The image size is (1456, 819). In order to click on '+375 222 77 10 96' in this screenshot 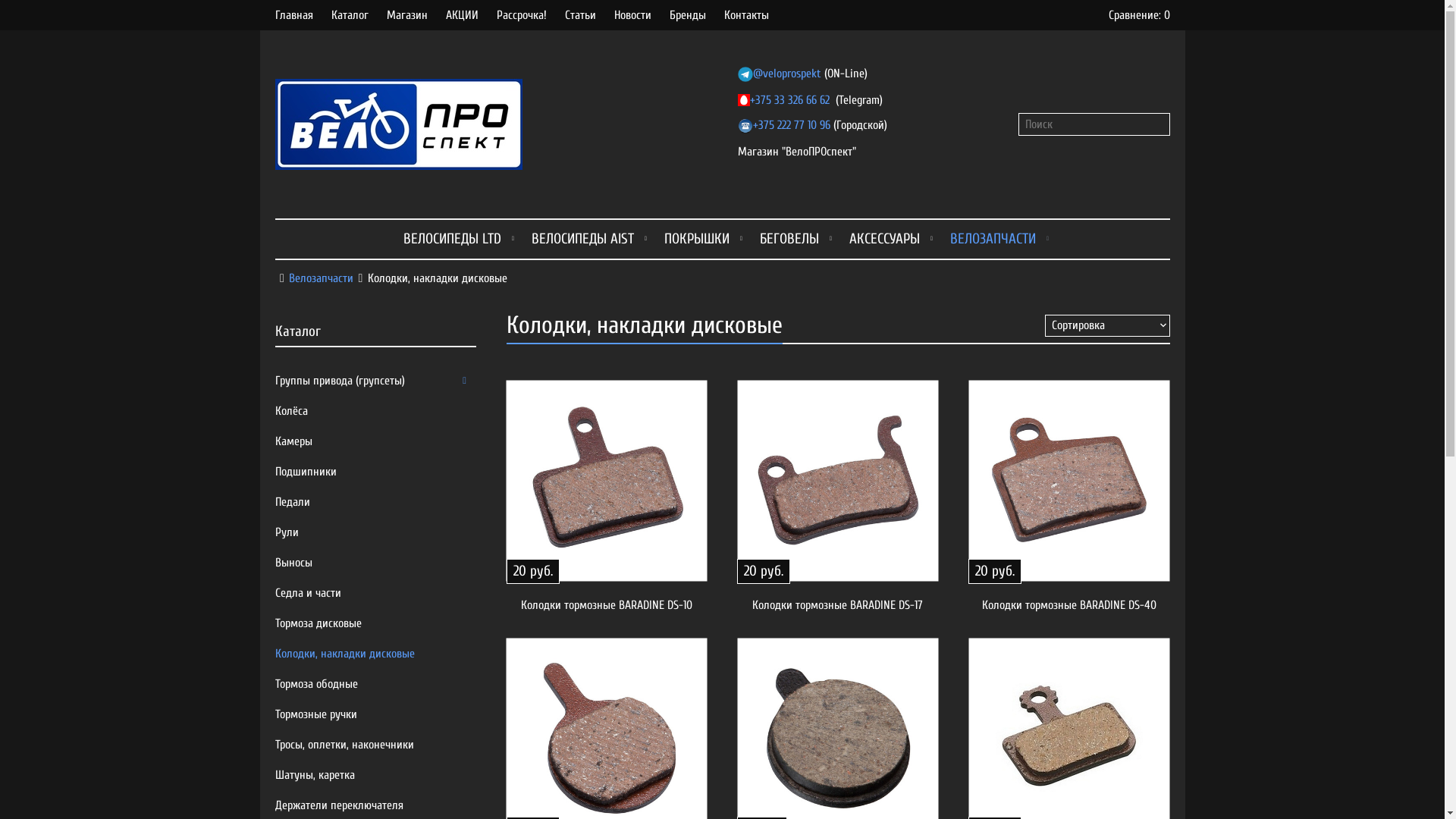, I will do `click(752, 124)`.